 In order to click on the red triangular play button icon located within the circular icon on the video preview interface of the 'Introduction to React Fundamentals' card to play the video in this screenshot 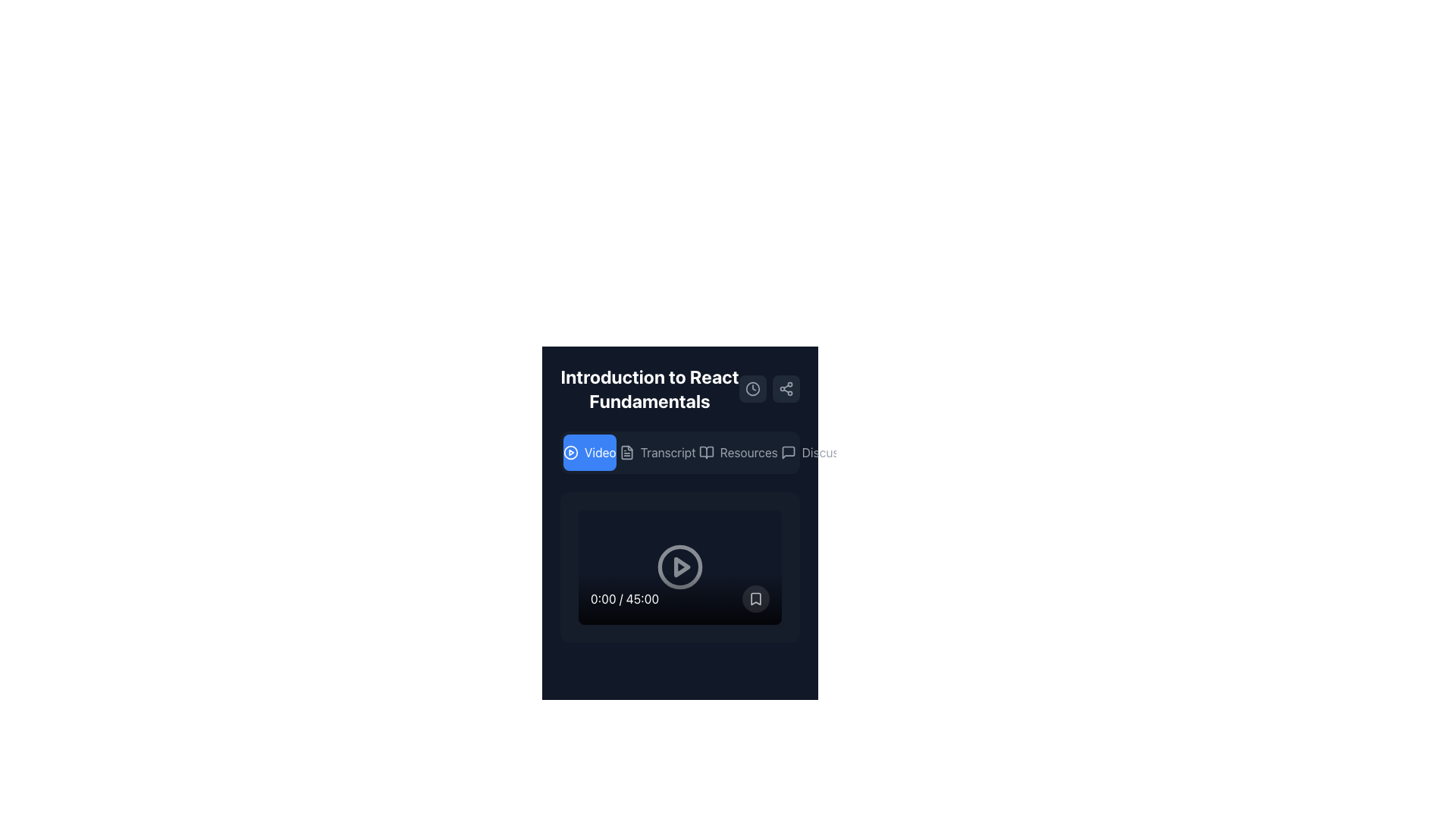, I will do `click(681, 567)`.